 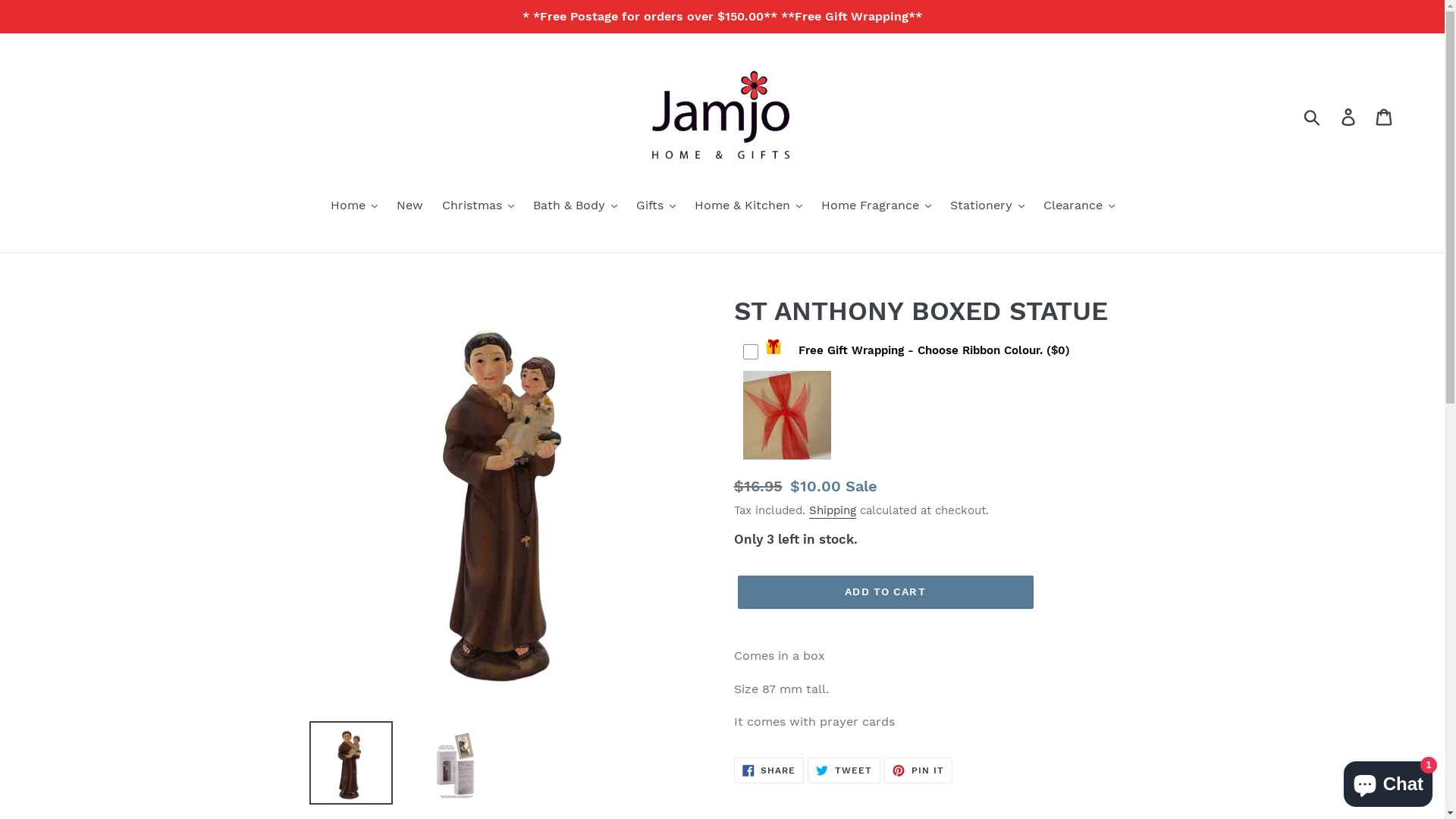 What do you see at coordinates (1388, 780) in the screenshot?
I see `'Shopify online store chat'` at bounding box center [1388, 780].